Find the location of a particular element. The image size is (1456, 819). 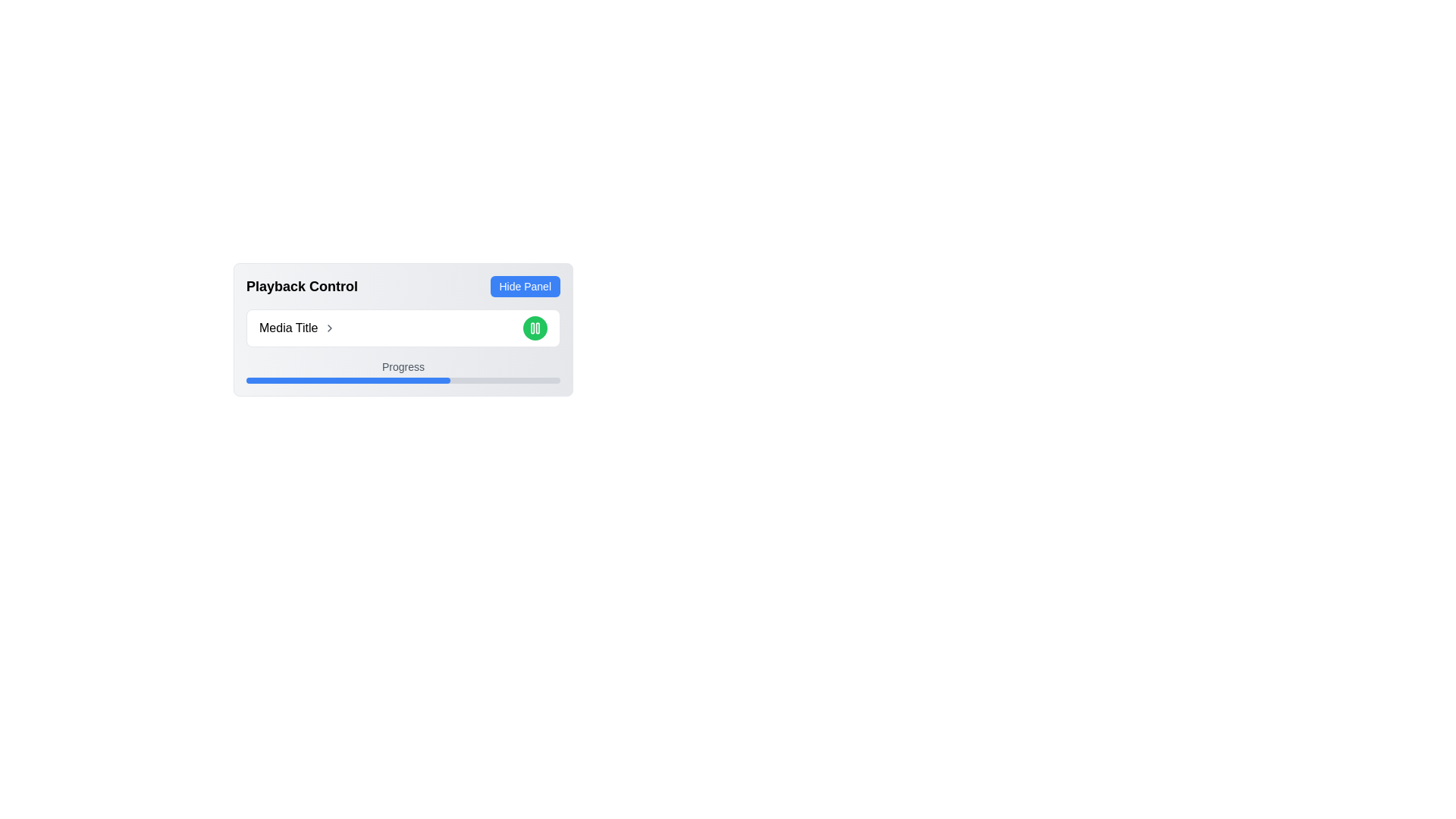

the 'Pause' button icon, which is a circular button with a green background, located to the right of the 'Media Title' bar is located at coordinates (535, 327).